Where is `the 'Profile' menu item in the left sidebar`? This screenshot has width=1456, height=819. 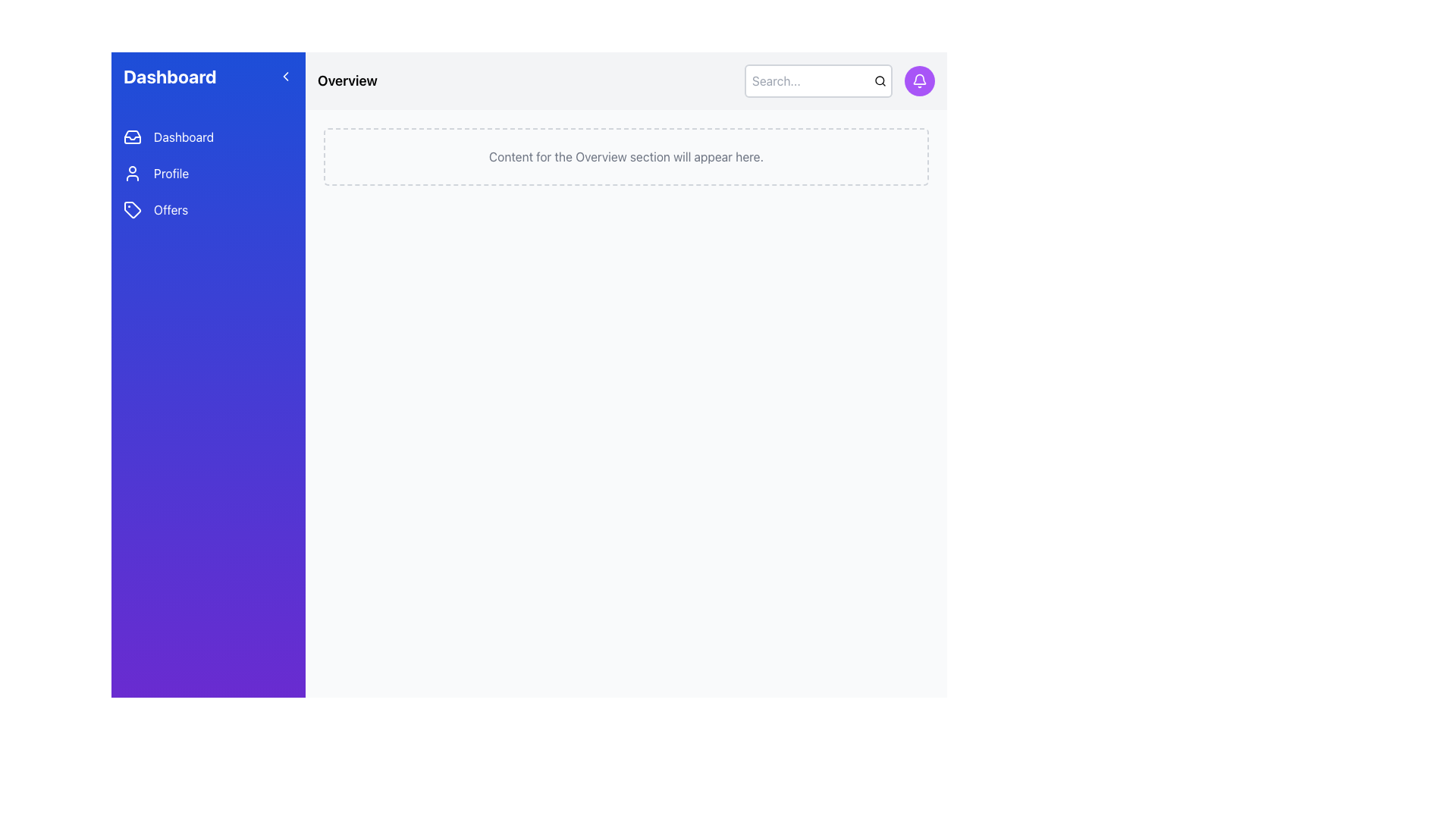 the 'Profile' menu item in the left sidebar is located at coordinates (207, 172).